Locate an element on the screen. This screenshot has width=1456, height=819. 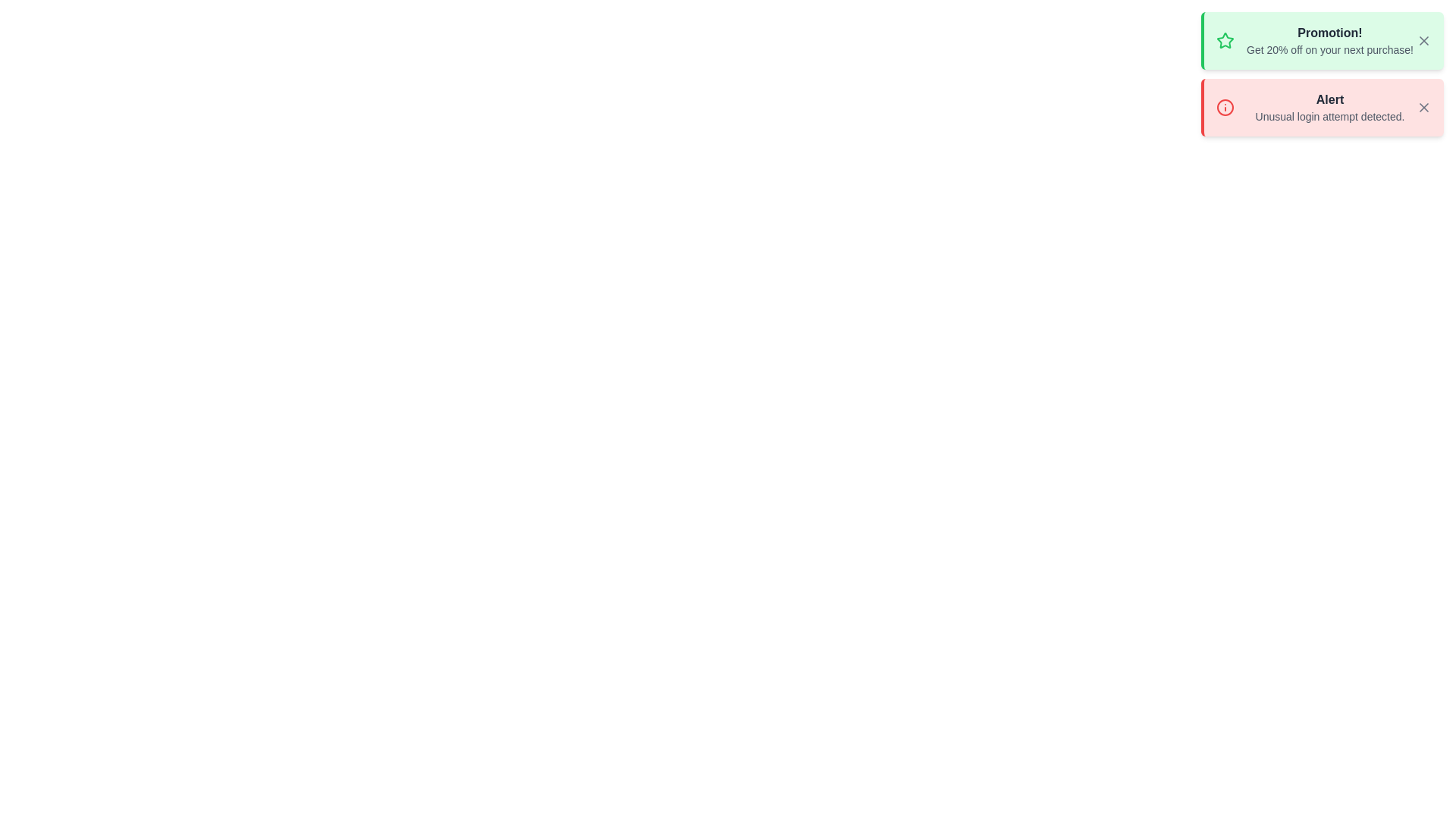
text from the textual element that informs about an unusual login attempt, located below the green notification labeled 'Promotion!' in the top-right region of the interface is located at coordinates (1329, 107).